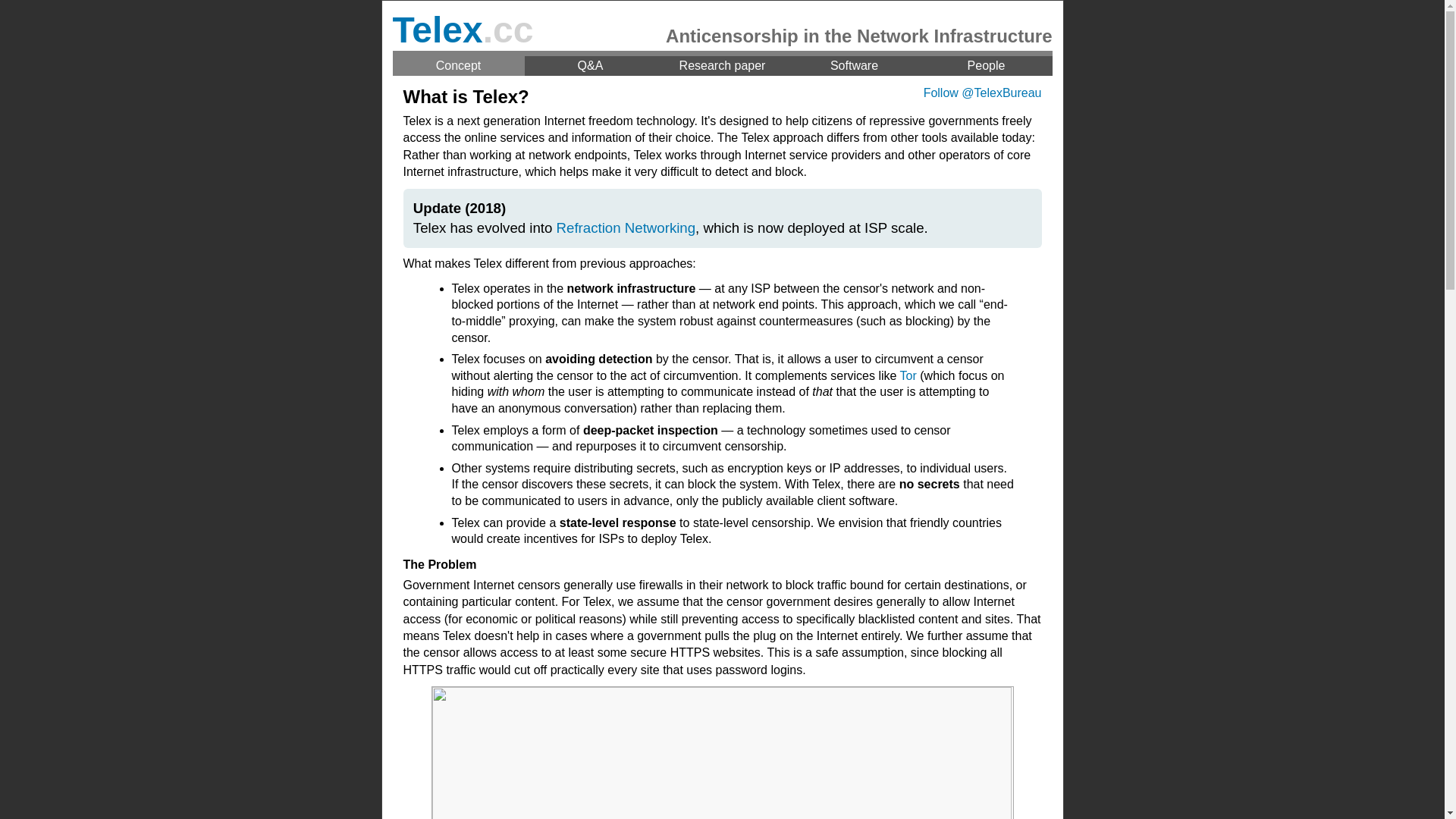 This screenshot has height=819, width=1456. What do you see at coordinates (986, 65) in the screenshot?
I see `'People'` at bounding box center [986, 65].